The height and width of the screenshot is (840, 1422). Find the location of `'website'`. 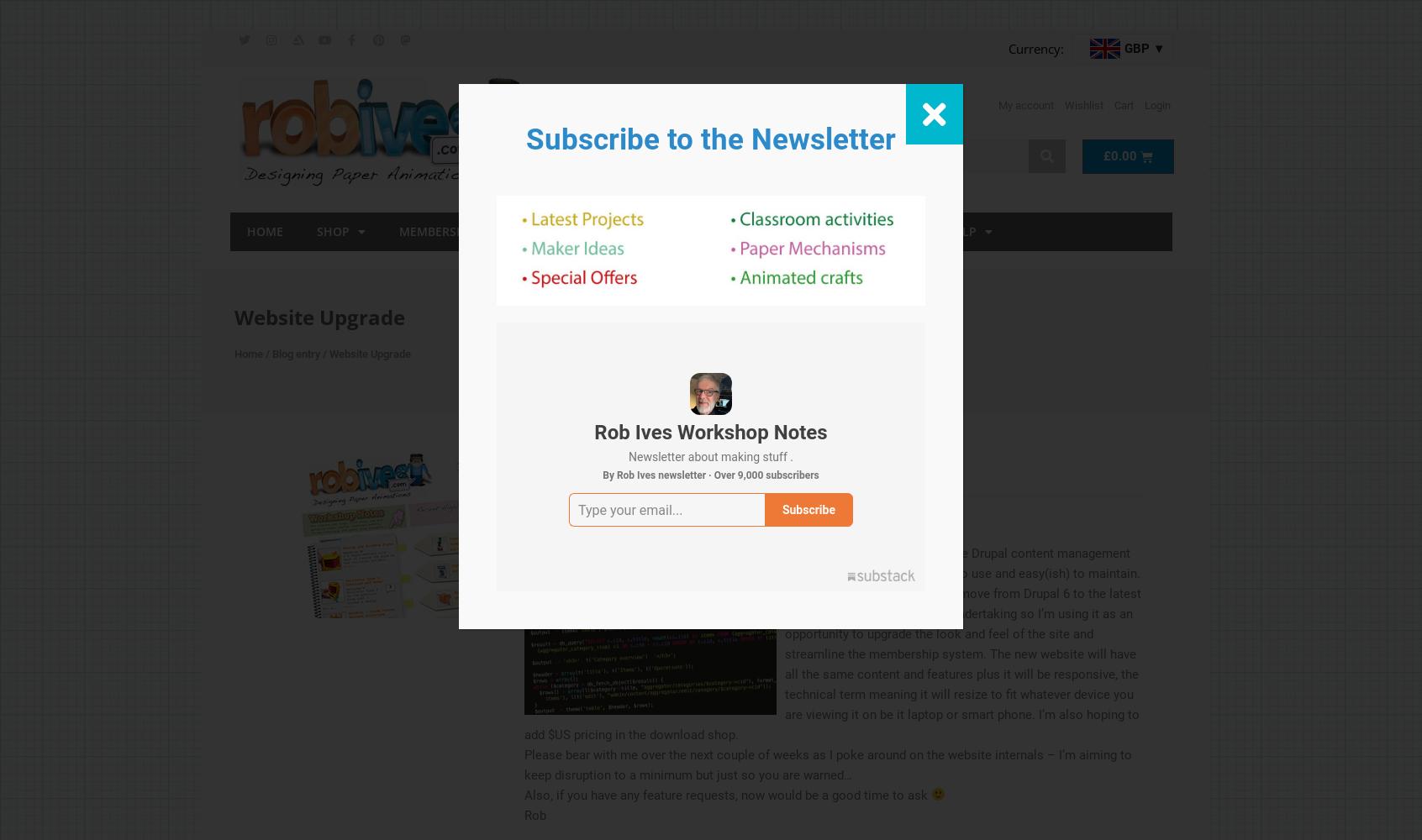

'website' is located at coordinates (546, 507).